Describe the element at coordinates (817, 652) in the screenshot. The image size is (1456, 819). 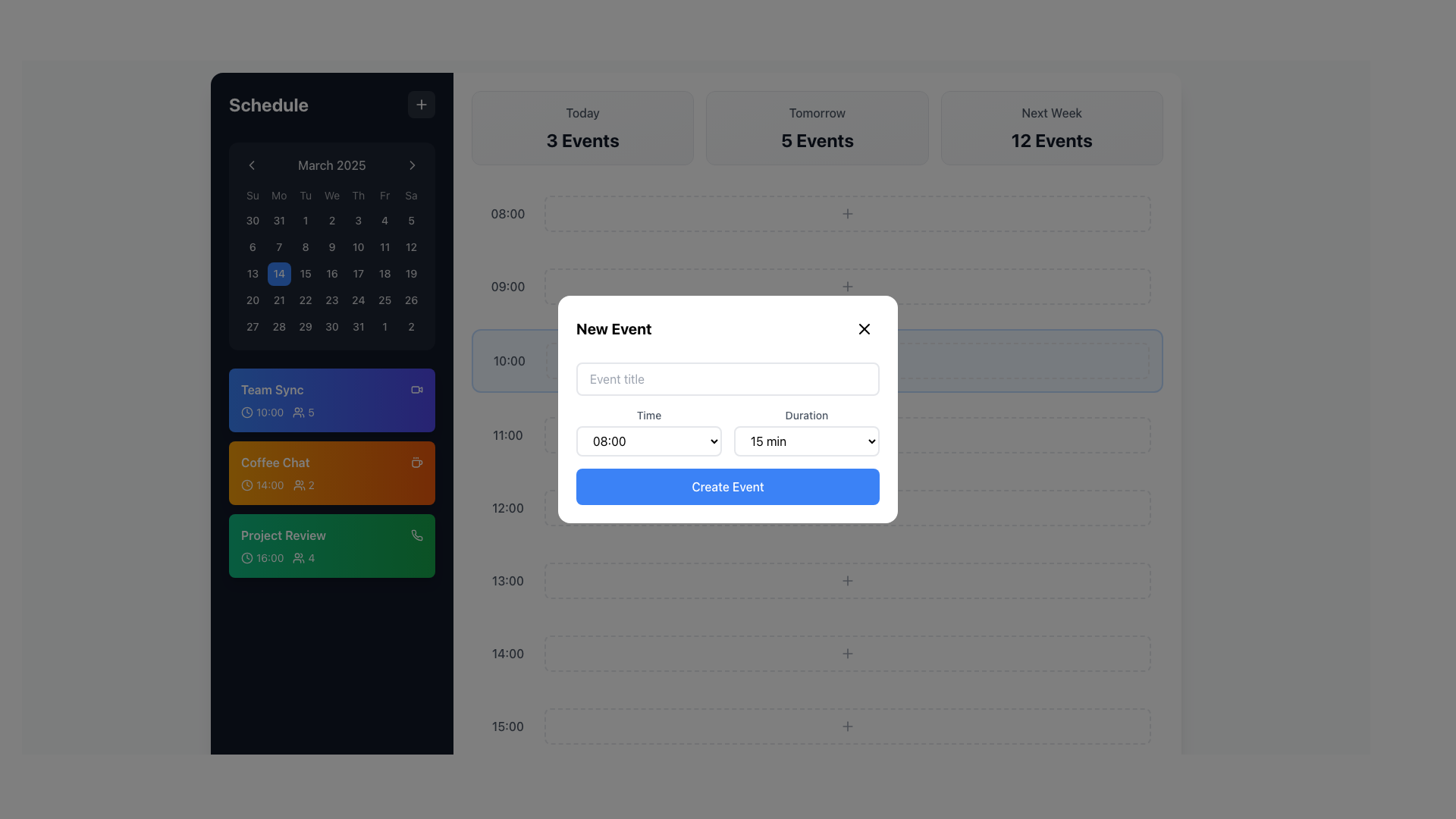
I see `content into the time slot button located at the eighth position with the time label '14:00'` at that location.